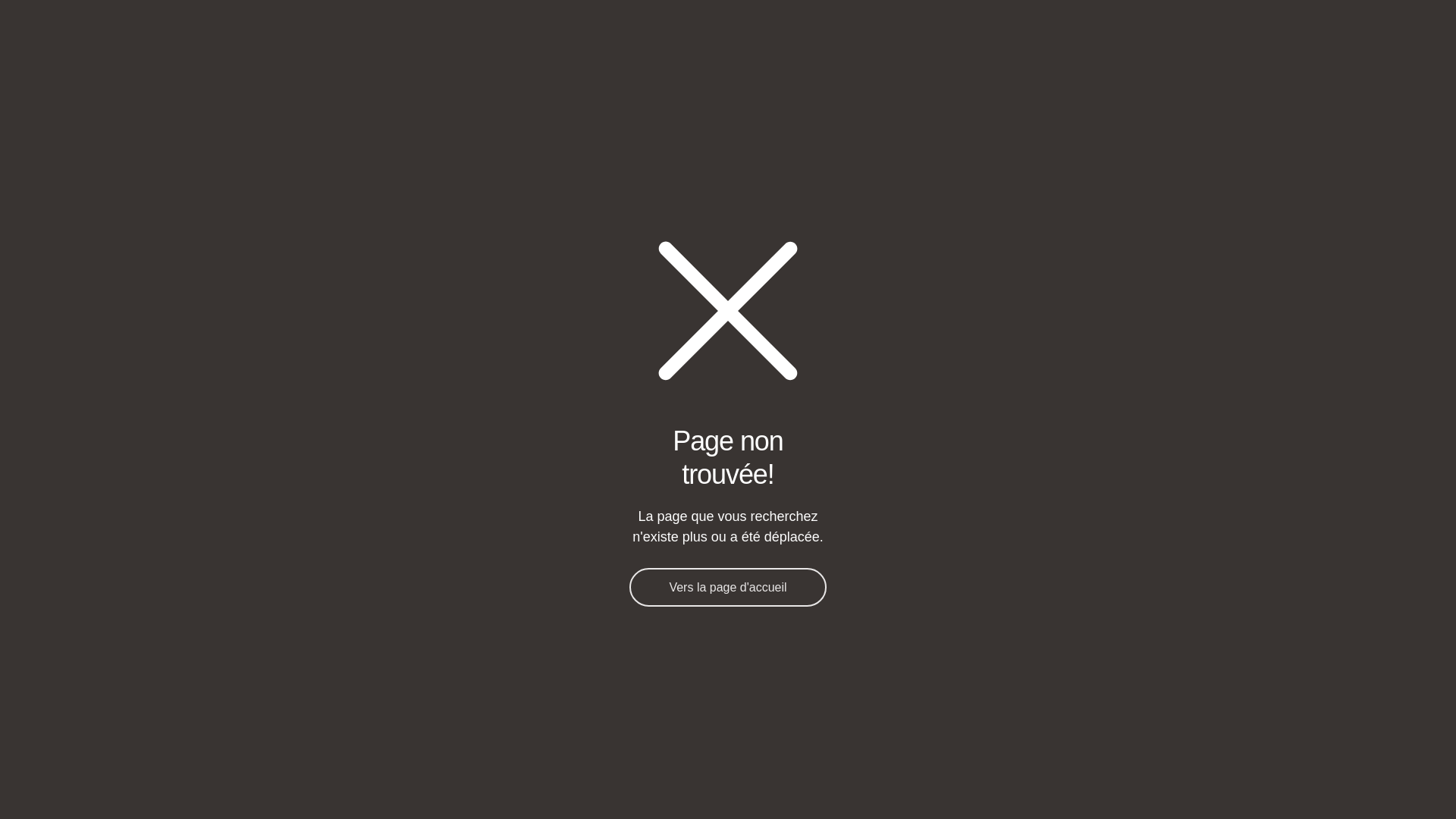  I want to click on 'Vers la page d'accueil', so click(728, 586).